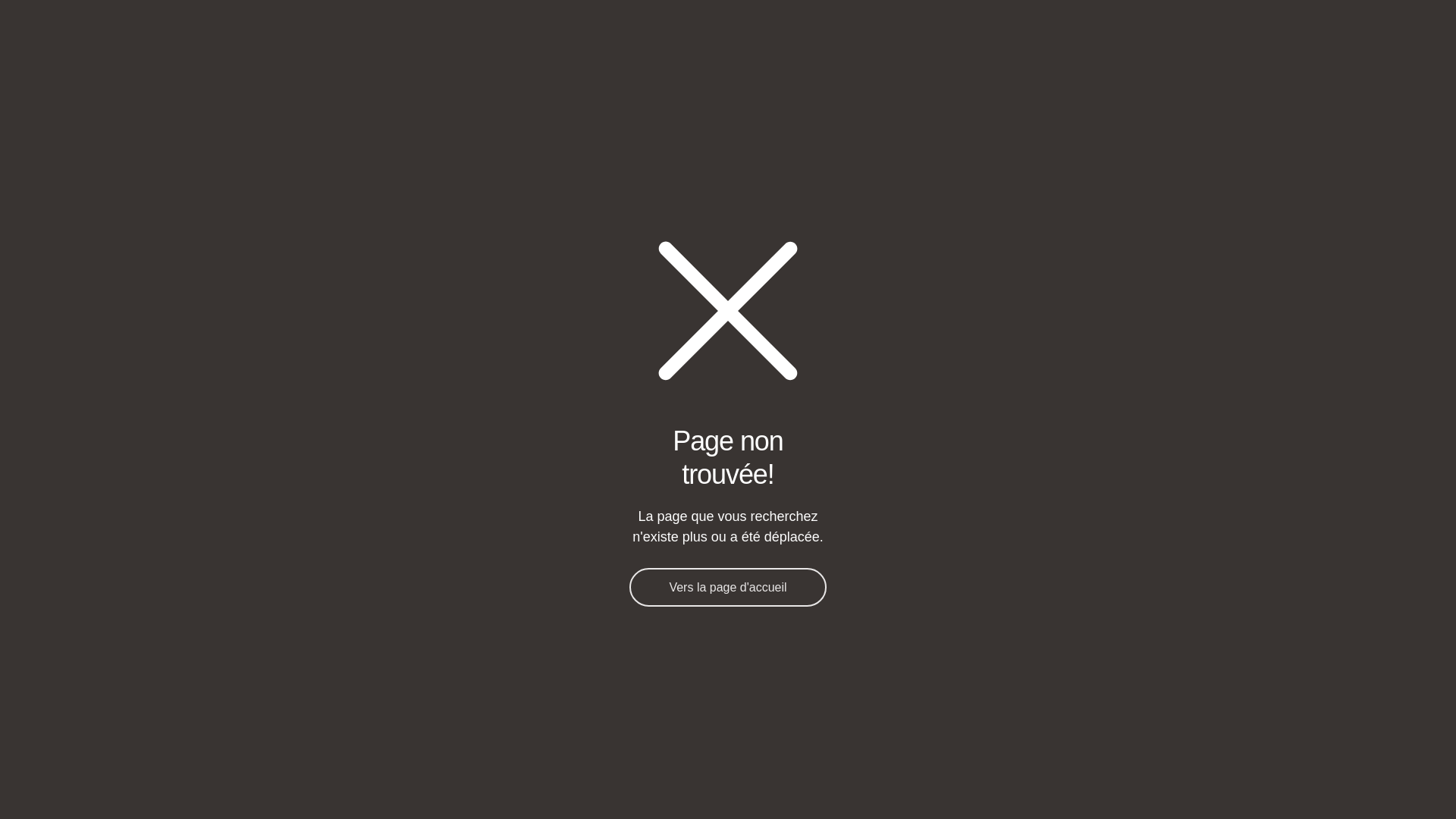  I want to click on 'Vers la page d'accueil', so click(728, 586).